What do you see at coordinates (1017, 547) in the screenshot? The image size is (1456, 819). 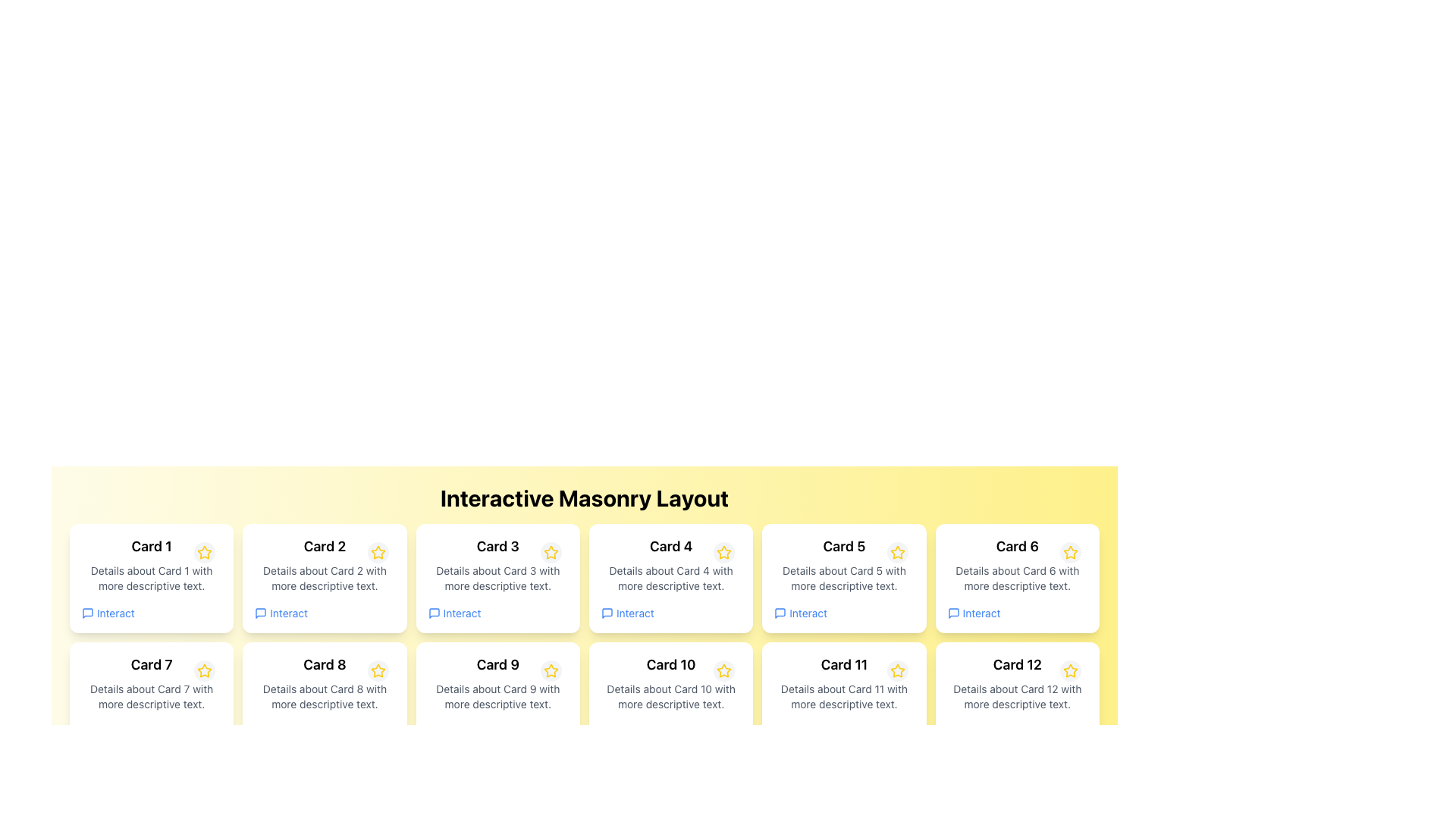 I see `the prominently displayed text 'Card 6' located at the upper part of the sixth card in a masonry layout` at bounding box center [1017, 547].